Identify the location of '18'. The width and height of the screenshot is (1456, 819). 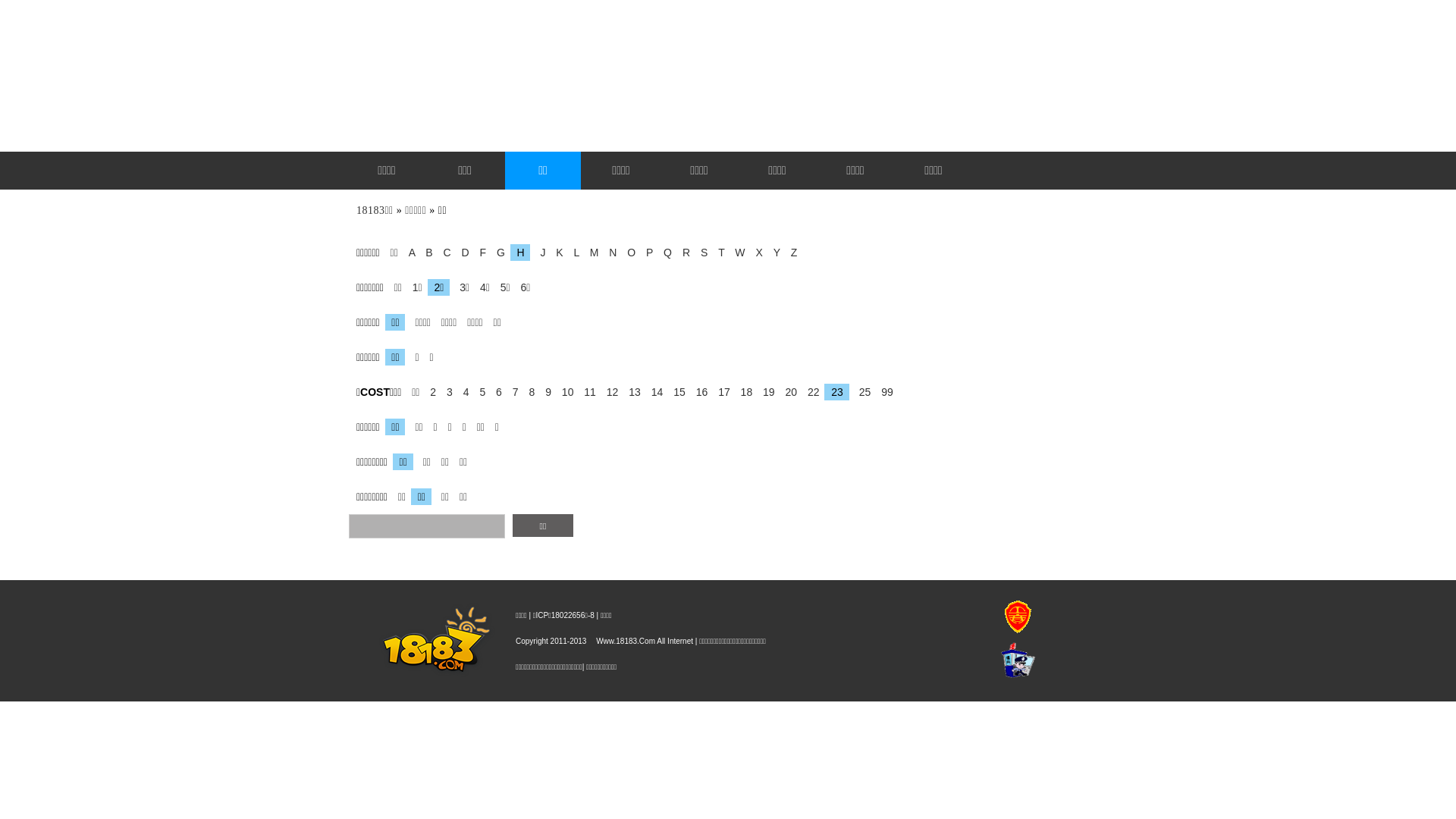
(733, 391).